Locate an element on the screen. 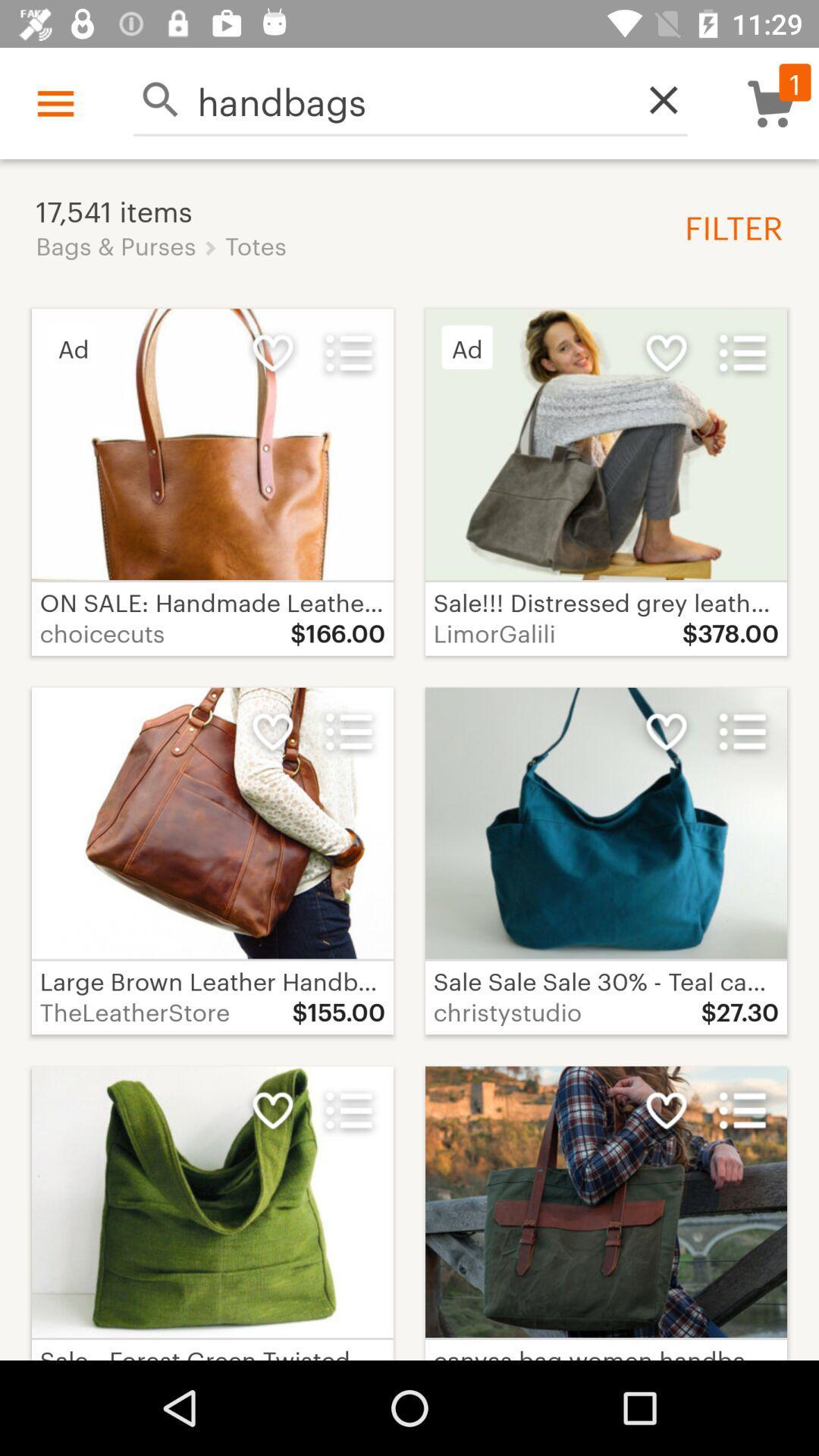 The width and height of the screenshot is (819, 1456). the icon to the right of the 17,541 items icon is located at coordinates (727, 225).